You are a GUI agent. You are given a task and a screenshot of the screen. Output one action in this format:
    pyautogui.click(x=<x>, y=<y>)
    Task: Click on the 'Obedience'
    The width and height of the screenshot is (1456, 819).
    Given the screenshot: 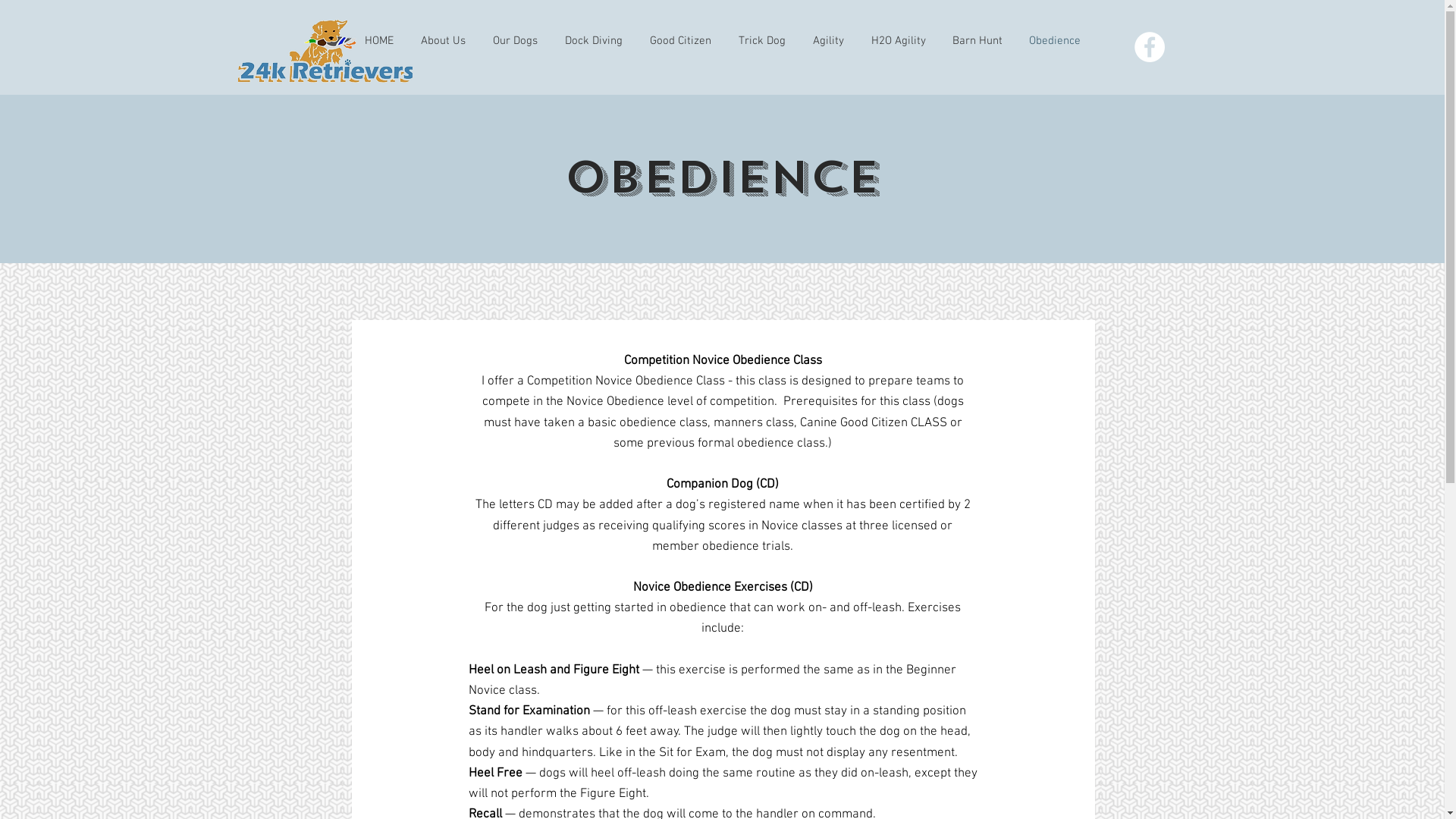 What is the action you would take?
    pyautogui.click(x=1054, y=40)
    